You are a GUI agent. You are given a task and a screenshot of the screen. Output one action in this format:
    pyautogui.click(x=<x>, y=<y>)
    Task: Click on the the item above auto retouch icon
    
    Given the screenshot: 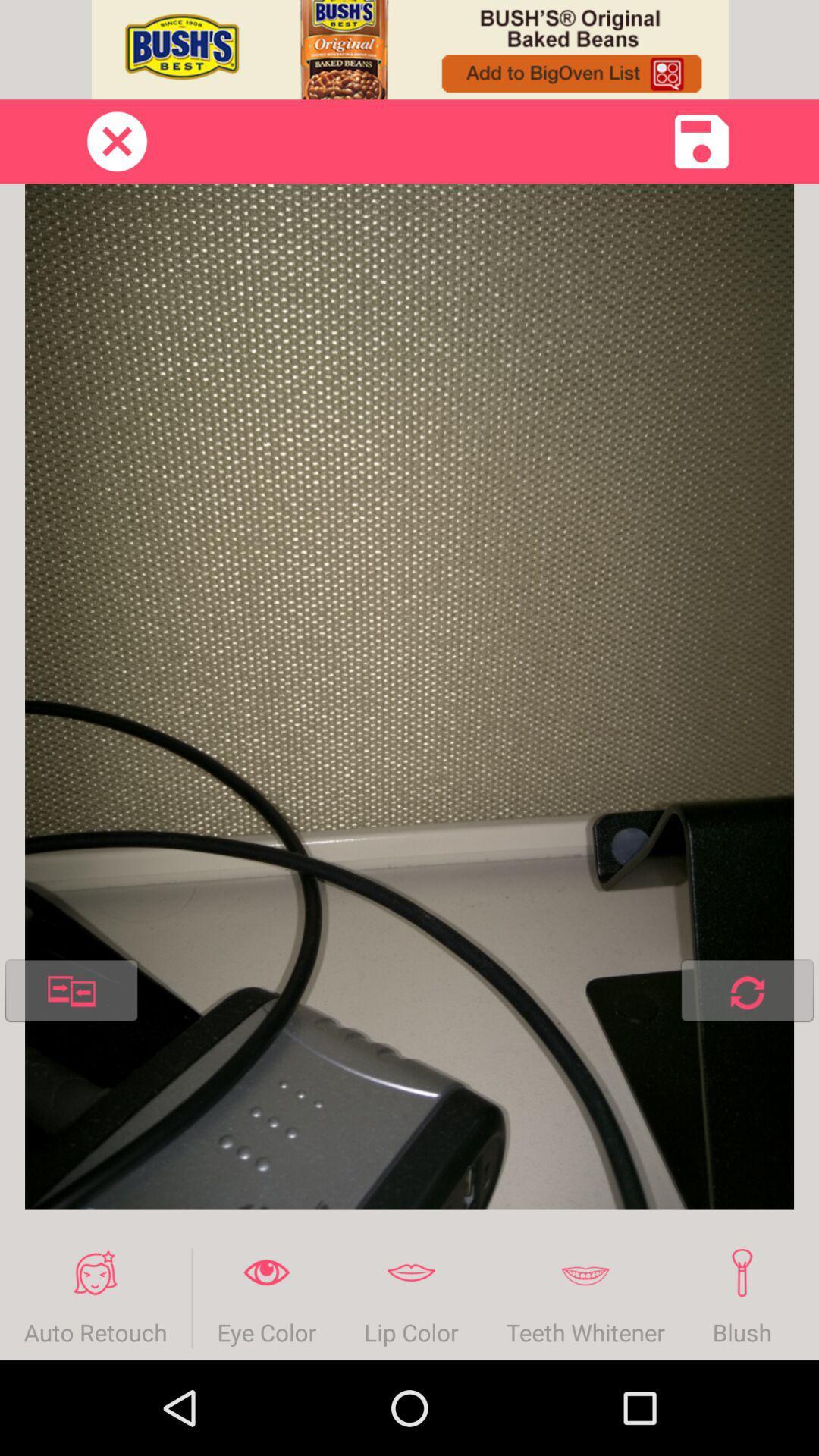 What is the action you would take?
    pyautogui.click(x=71, y=993)
    